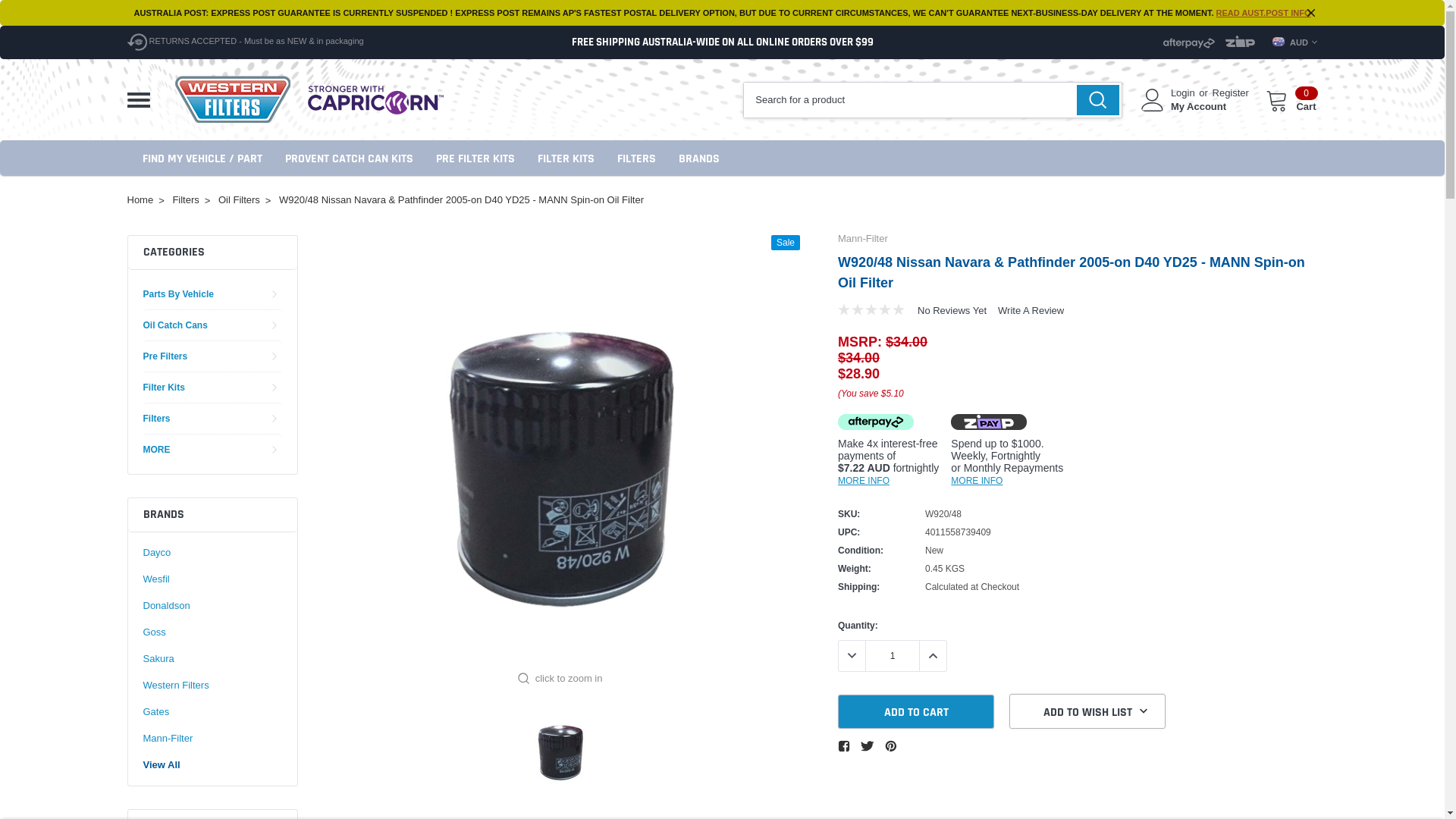 This screenshot has height=819, width=1456. I want to click on '0, so click(1291, 99).